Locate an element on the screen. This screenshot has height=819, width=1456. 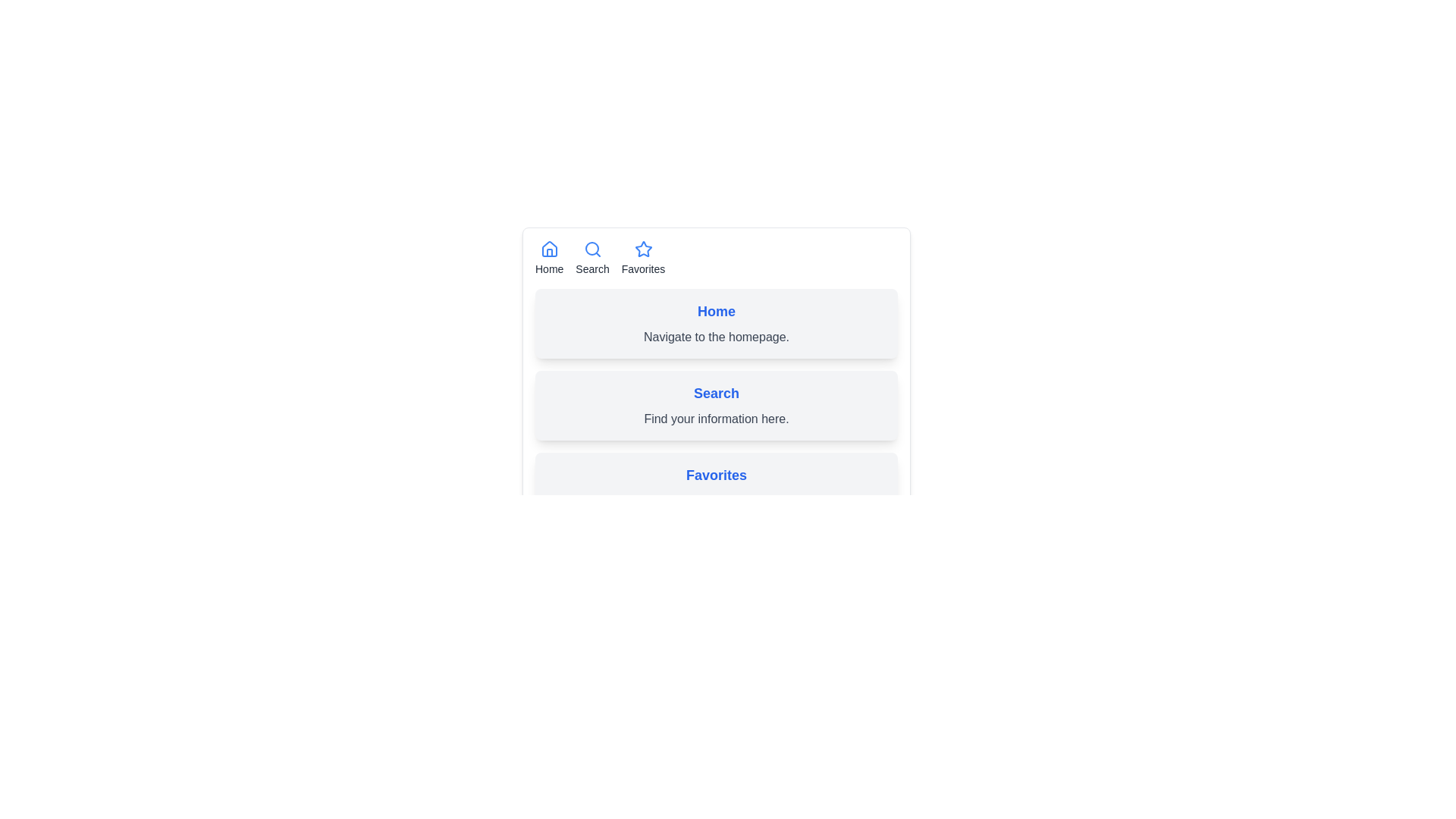
the blue house icon representing the 'Home' navigation option, located above the 'Home' text in the horizontal toolbar at the top of the interface is located at coordinates (548, 248).